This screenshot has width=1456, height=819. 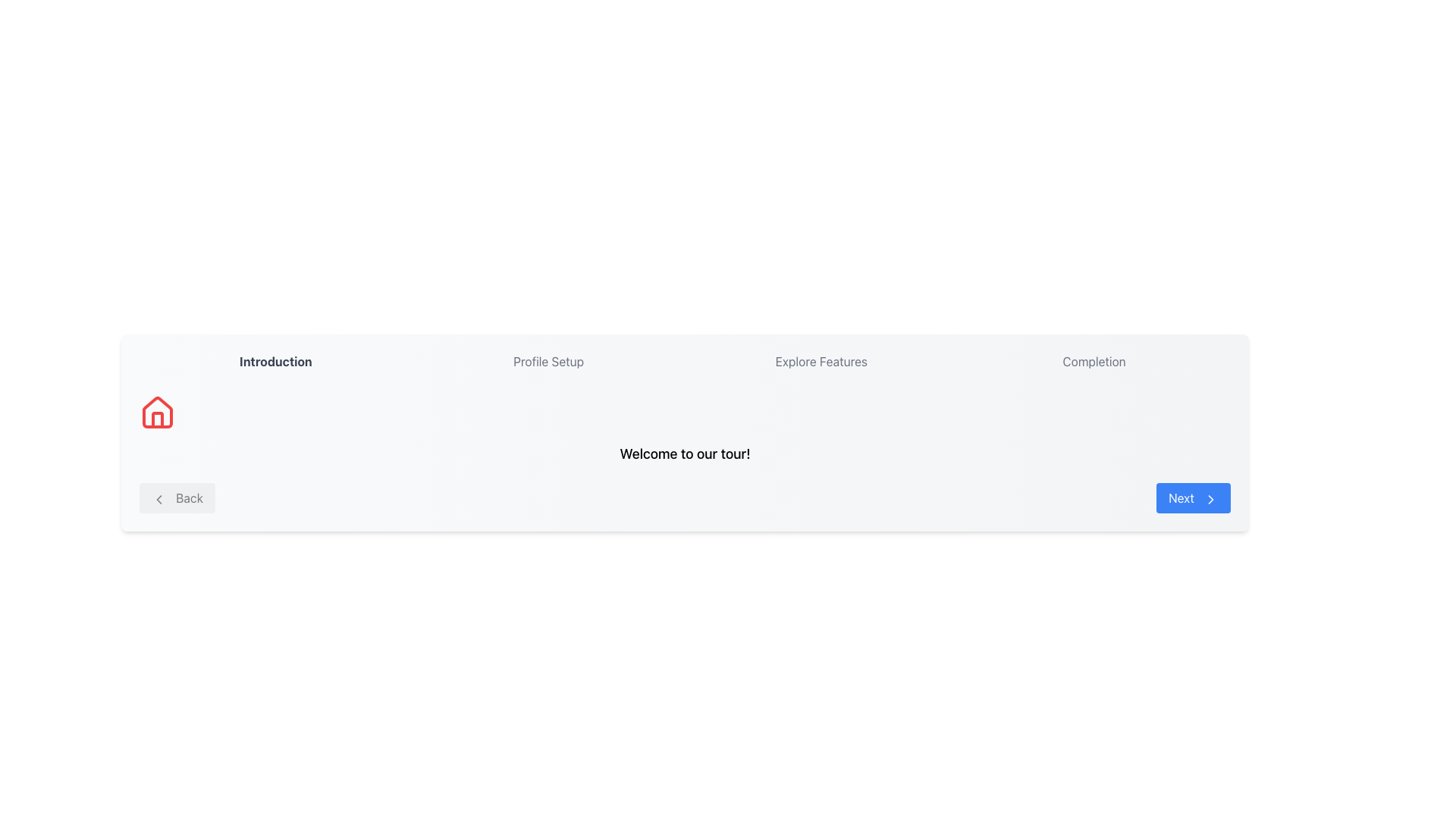 I want to click on the text label 'Profile Setup', which is the second item in a horizontally aligned list of menu options, located to the right of 'Introduction' and to the left of 'Explore Features', so click(x=548, y=362).